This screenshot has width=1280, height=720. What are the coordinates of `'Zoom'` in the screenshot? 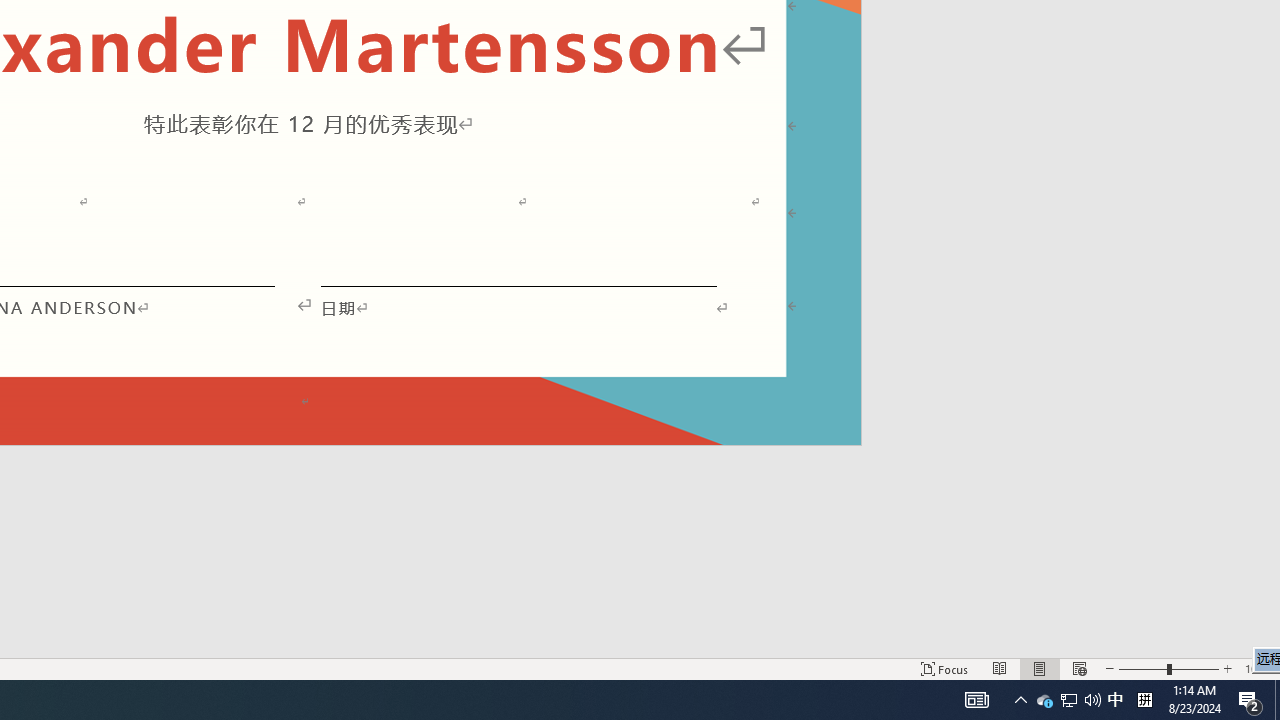 It's located at (1168, 669).